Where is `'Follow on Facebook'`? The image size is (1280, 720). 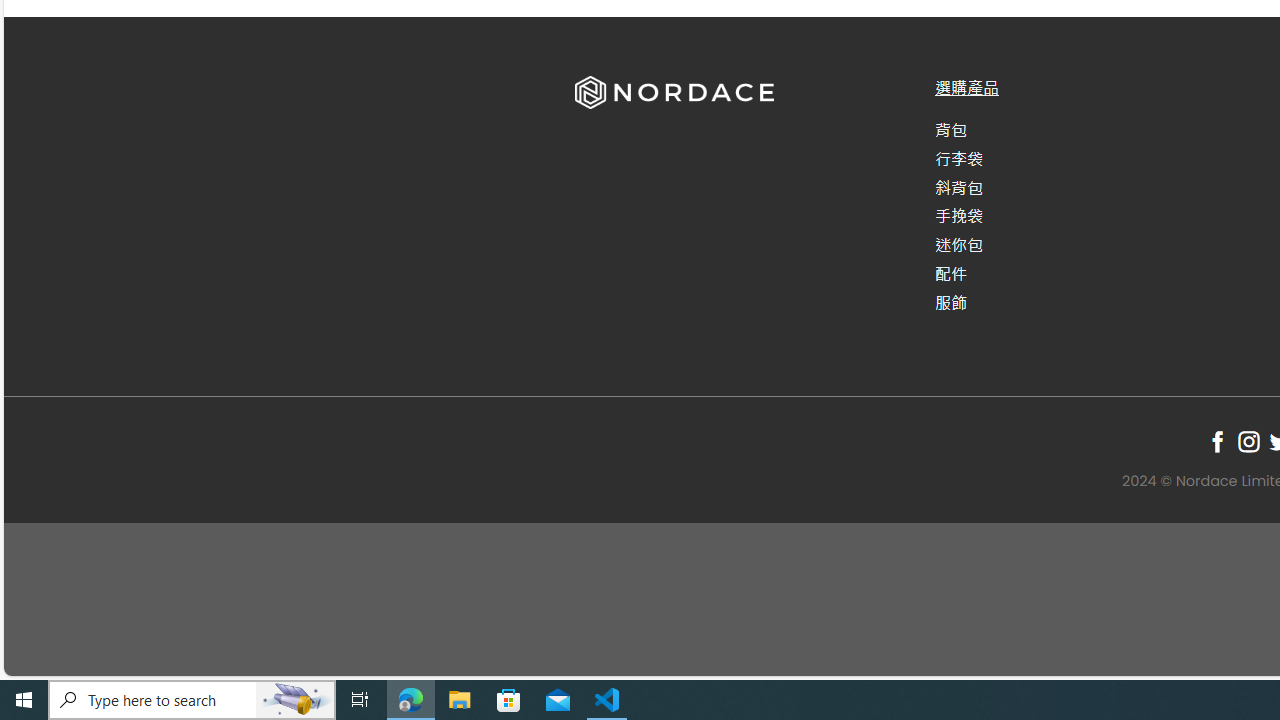
'Follow on Facebook' is located at coordinates (1216, 440).